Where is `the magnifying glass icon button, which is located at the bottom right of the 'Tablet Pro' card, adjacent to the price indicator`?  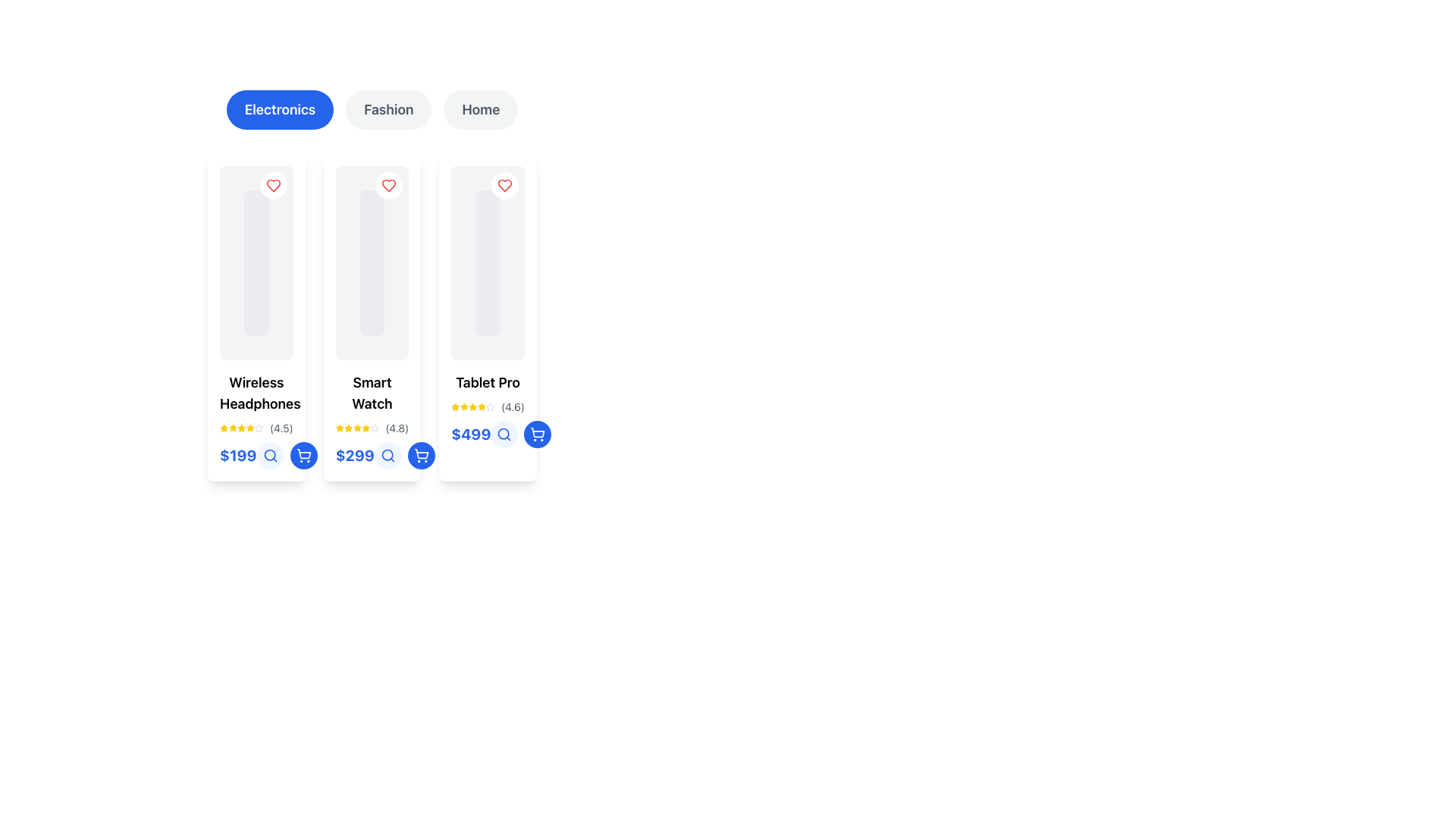 the magnifying glass icon button, which is located at the bottom right of the 'Tablet Pro' card, adjacent to the price indicator is located at coordinates (504, 435).